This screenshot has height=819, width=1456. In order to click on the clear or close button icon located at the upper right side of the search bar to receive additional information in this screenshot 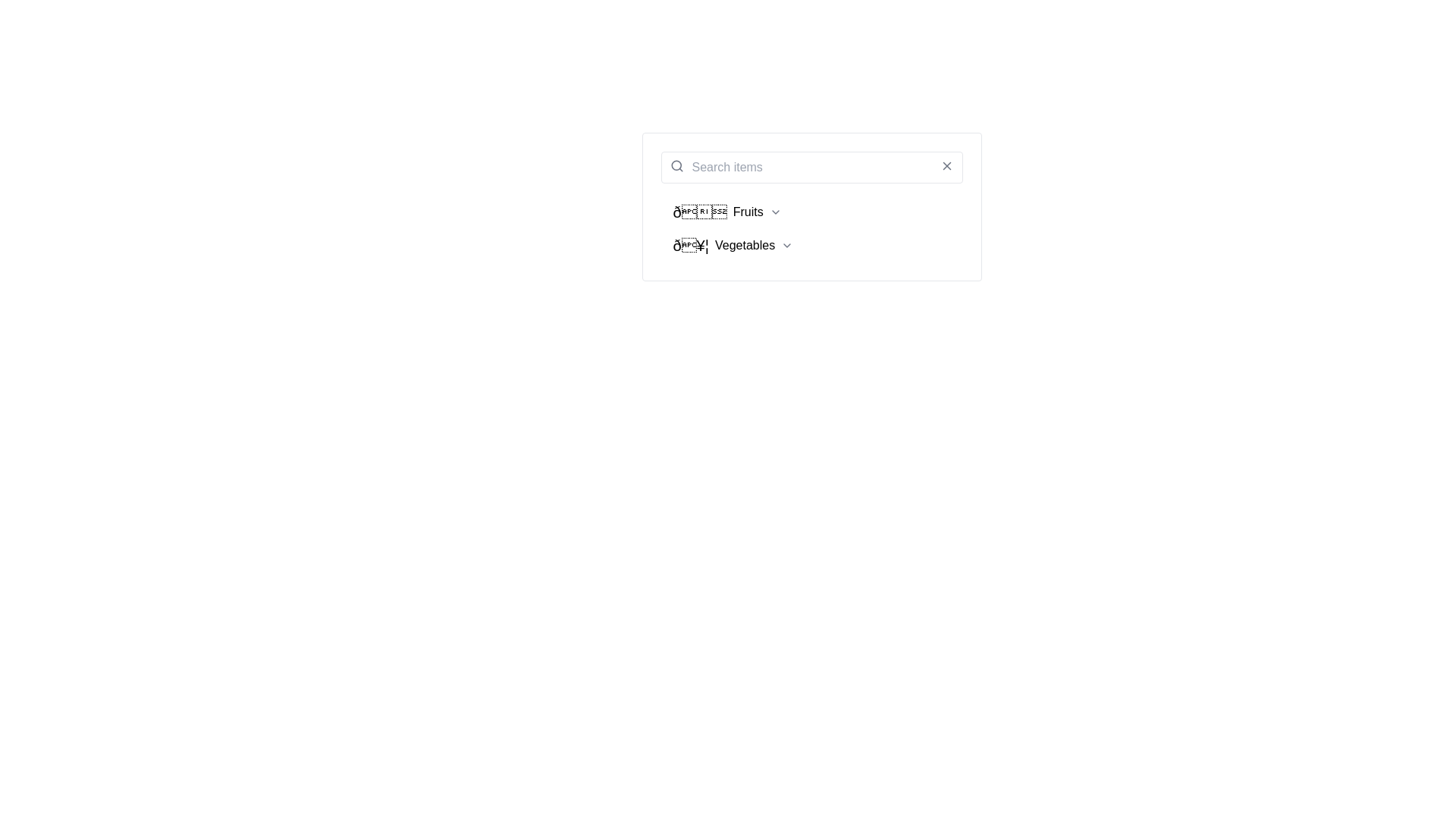, I will do `click(946, 166)`.